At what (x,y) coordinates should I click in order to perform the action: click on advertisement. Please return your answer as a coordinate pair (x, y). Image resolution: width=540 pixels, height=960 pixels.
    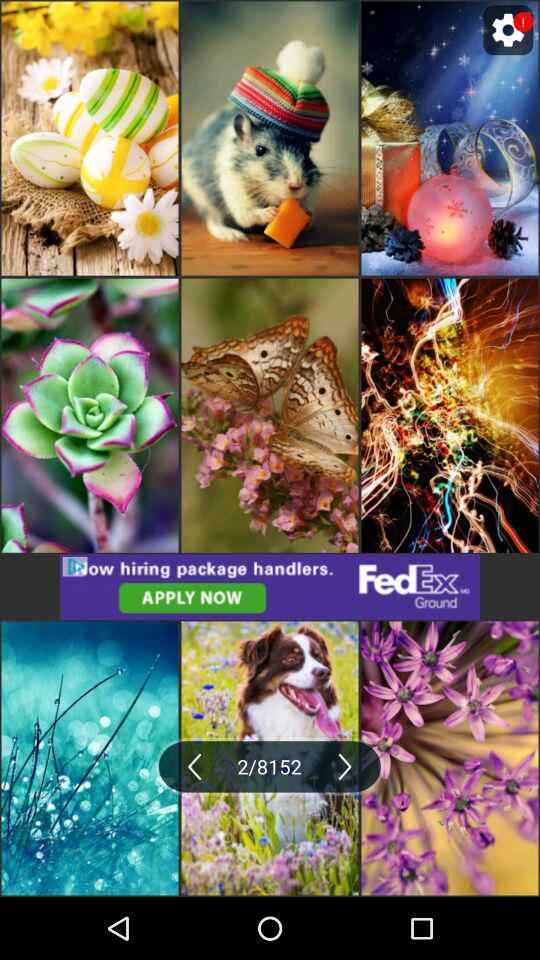
    Looking at the image, I should click on (270, 587).